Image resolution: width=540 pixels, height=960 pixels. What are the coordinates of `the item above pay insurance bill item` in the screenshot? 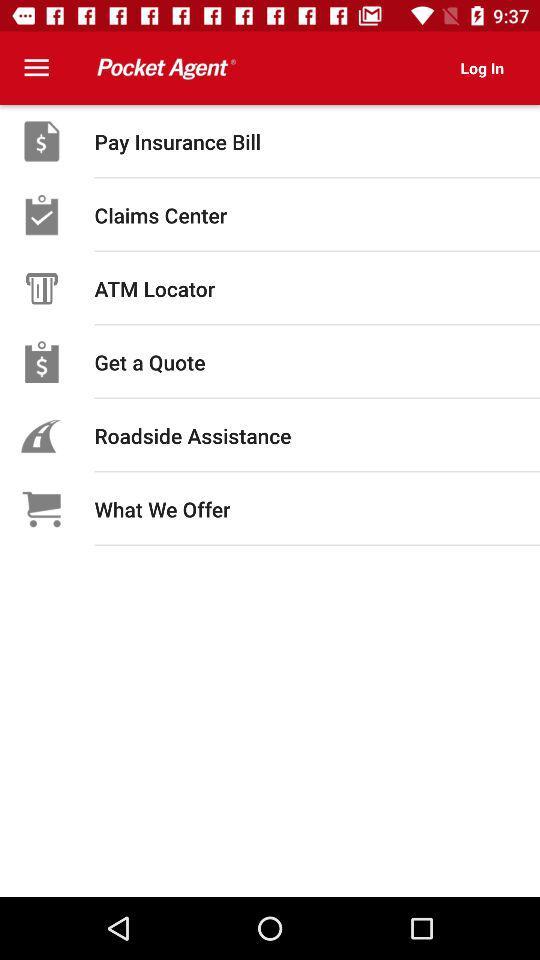 It's located at (481, 68).